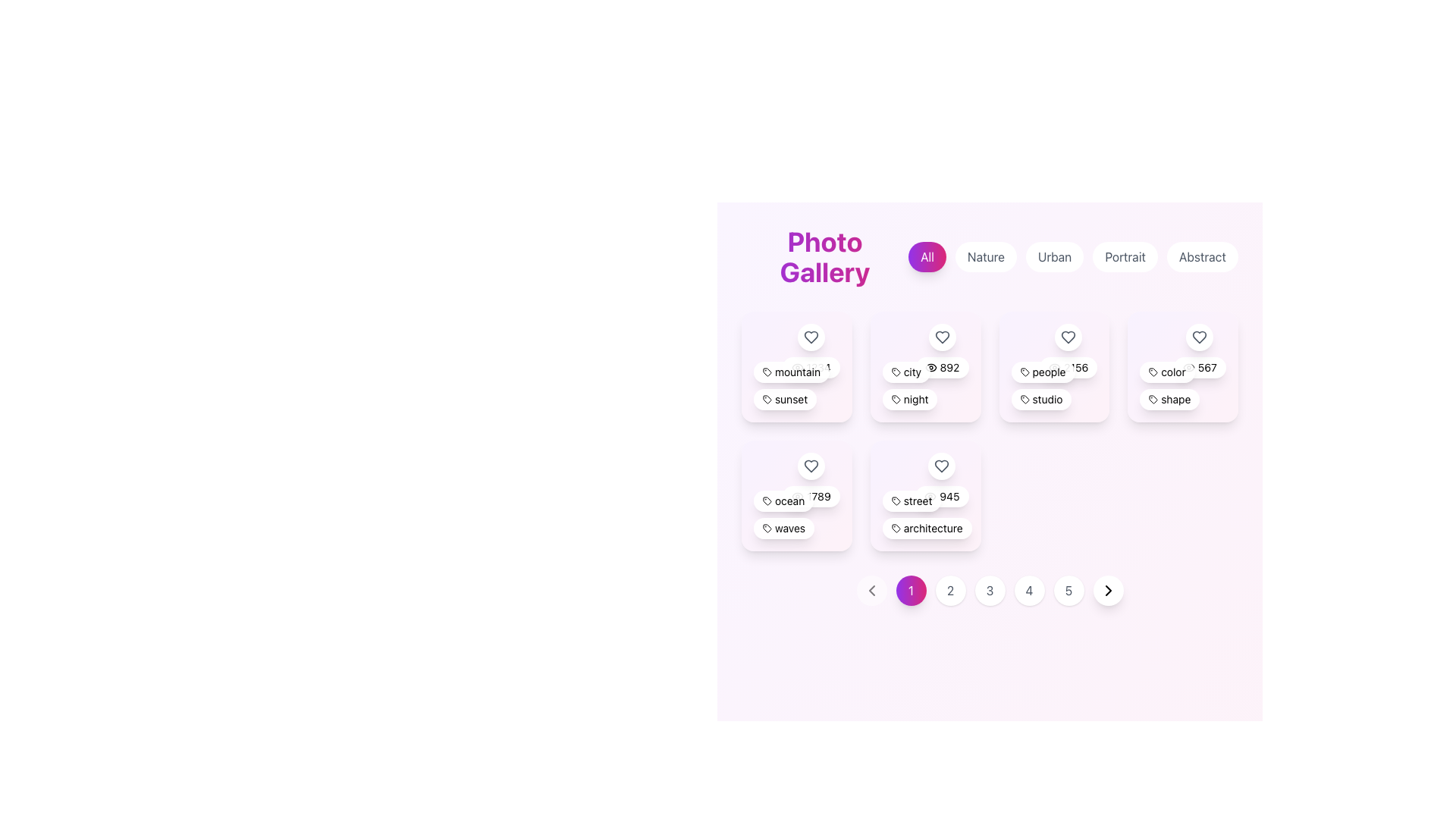 This screenshot has width=1456, height=819. Describe the element at coordinates (910, 589) in the screenshot. I see `the circular button labeled '1' located in the bottom navigation bar of the photo gallery` at that location.